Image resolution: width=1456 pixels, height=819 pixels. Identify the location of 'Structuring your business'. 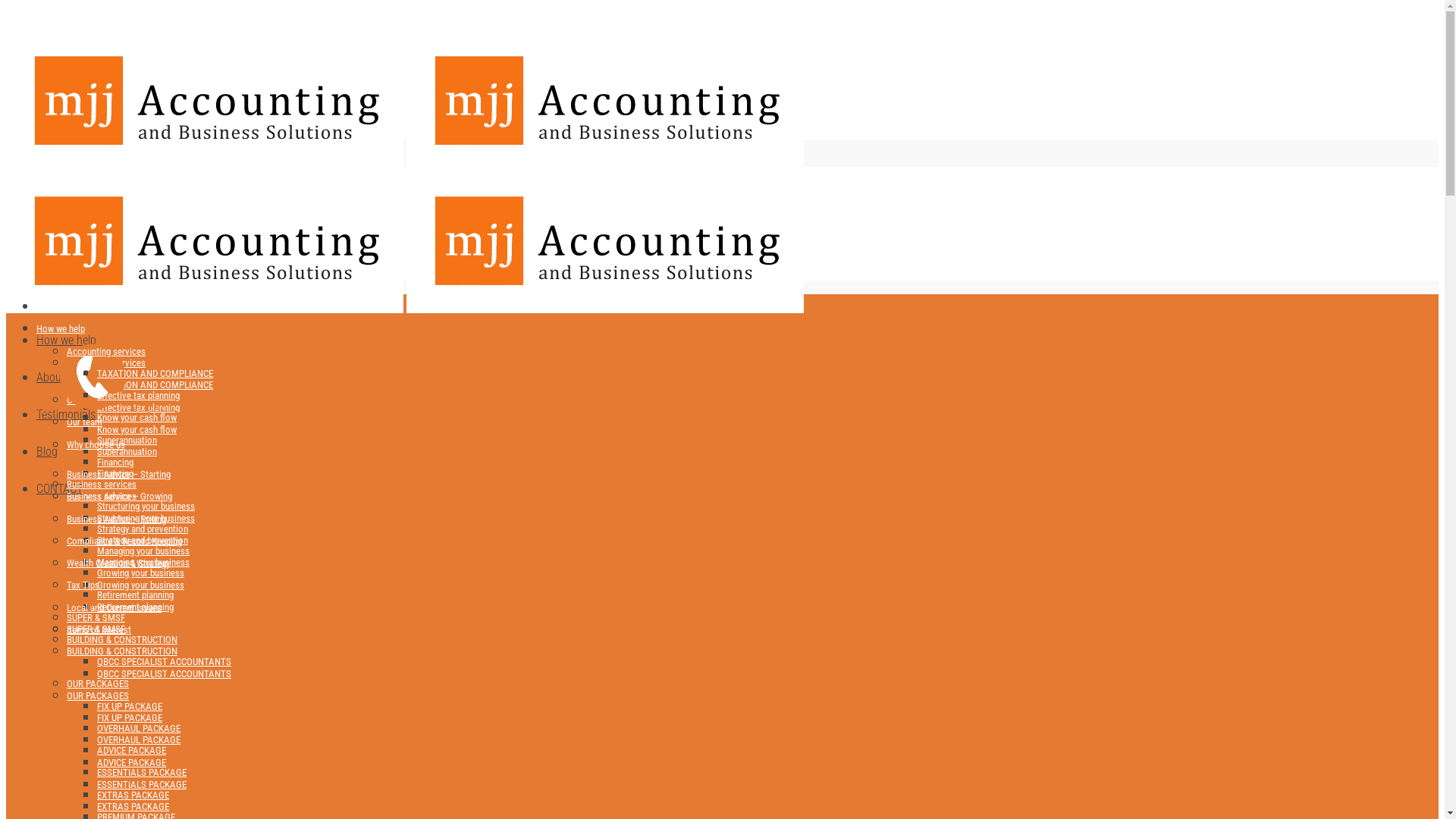
(96, 506).